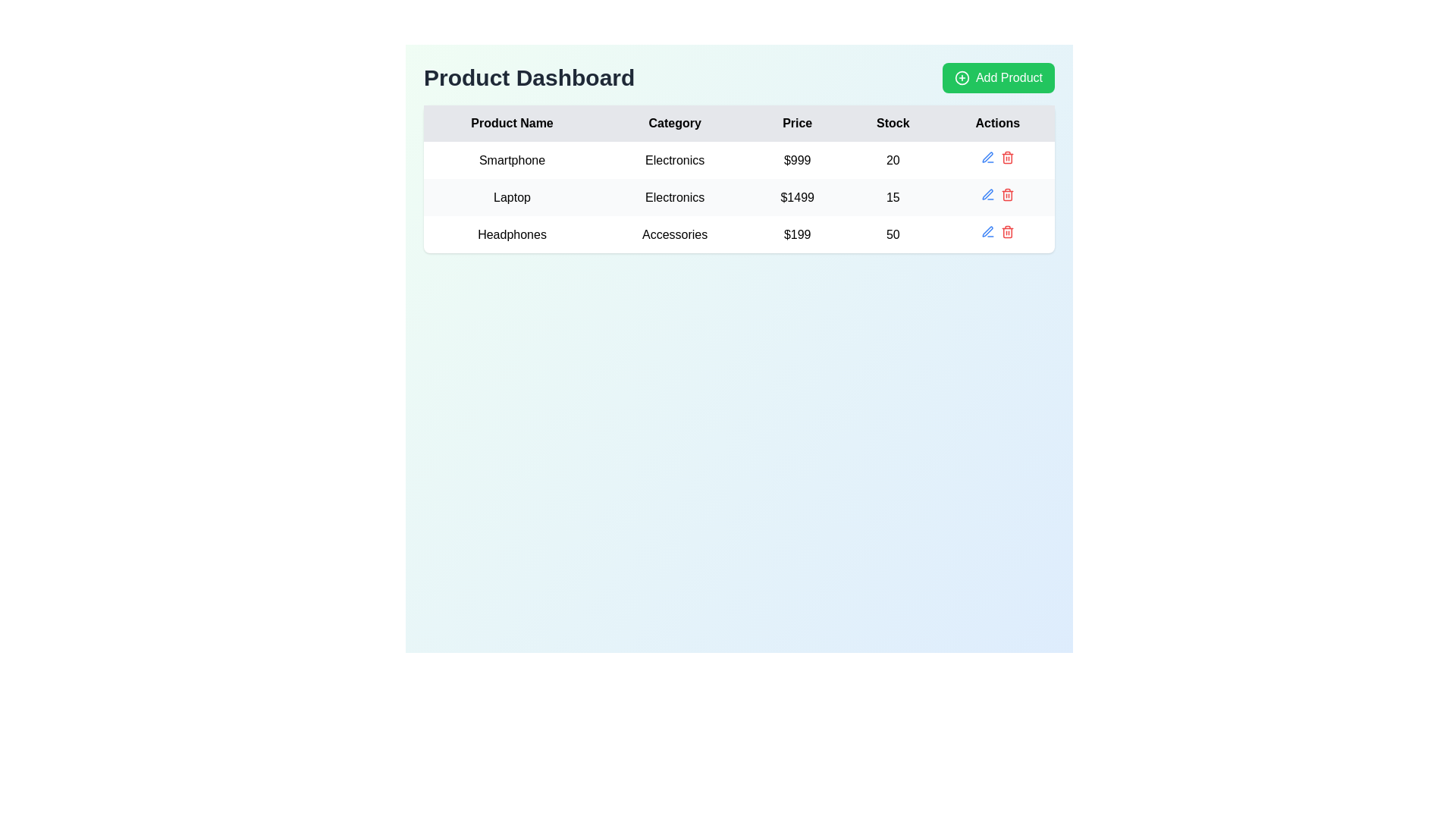 This screenshot has height=819, width=1456. Describe the element at coordinates (893, 234) in the screenshot. I see `the text label displaying the number '50' in the 'Stock' column for the product 'Headphones' in the last row of the table` at that location.